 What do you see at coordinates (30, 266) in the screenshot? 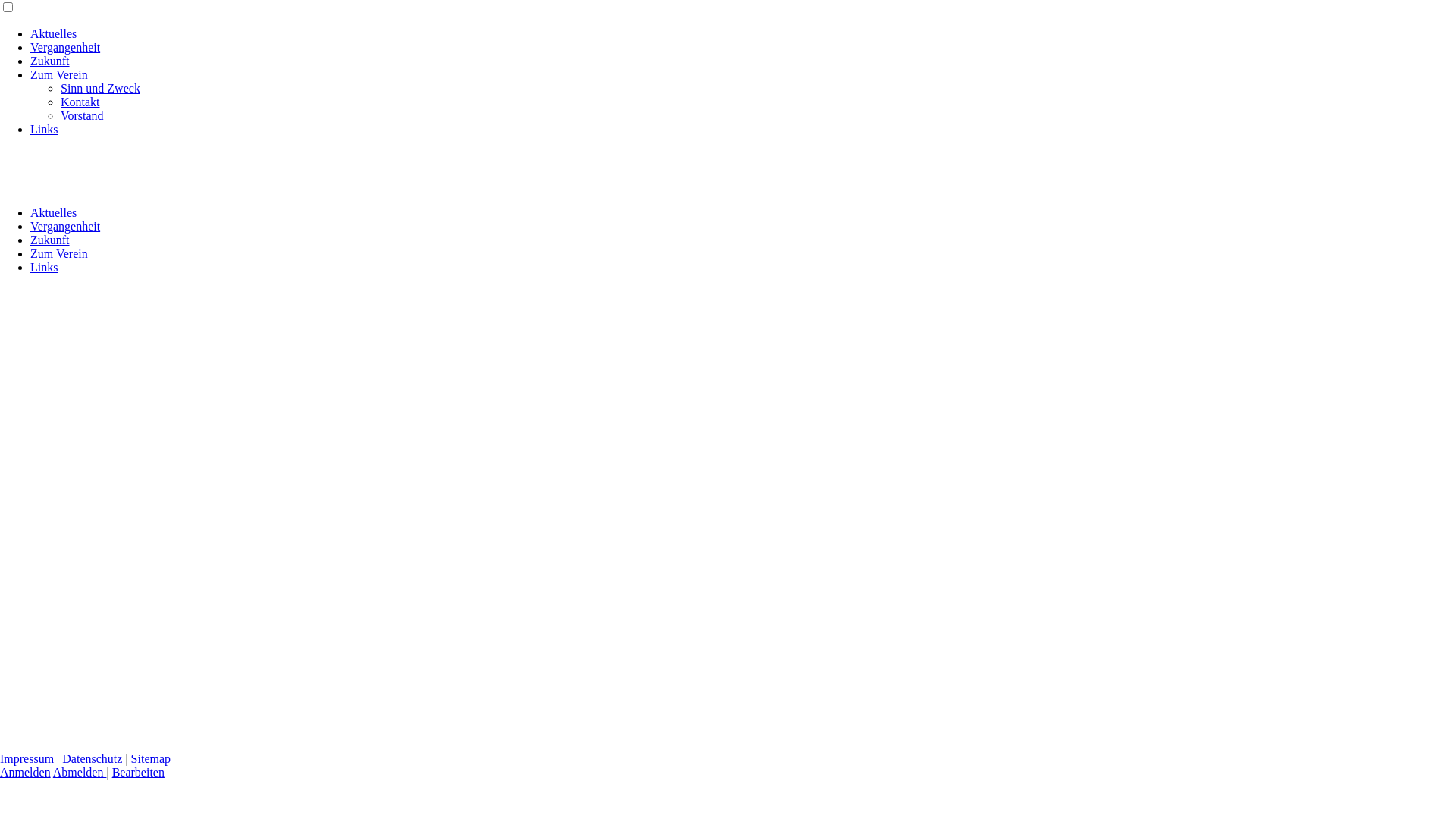
I see `'Links'` at bounding box center [30, 266].